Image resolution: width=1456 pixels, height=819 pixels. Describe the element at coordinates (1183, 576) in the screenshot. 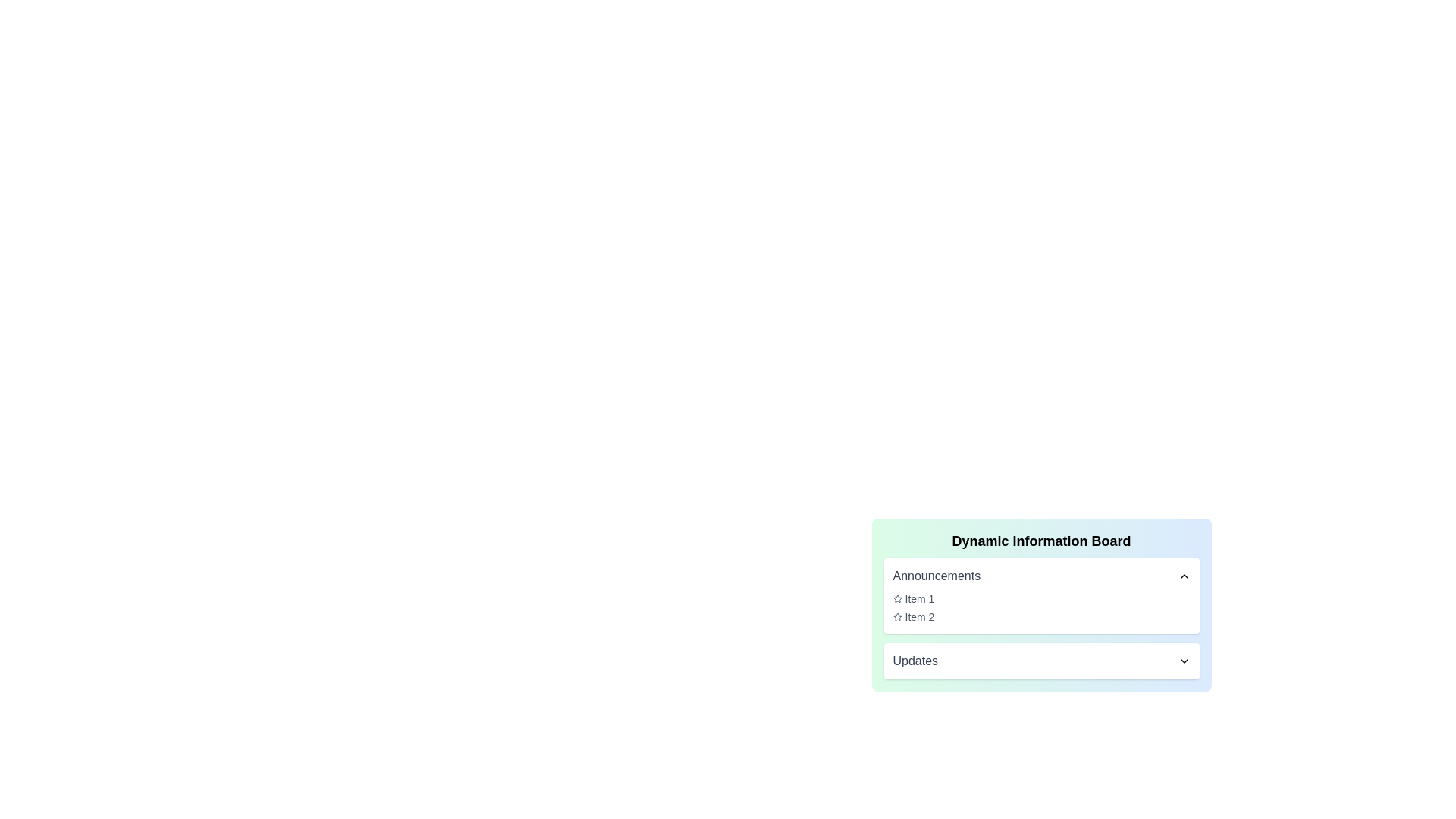

I see `the chevron-up icon to perform its associated action` at that location.